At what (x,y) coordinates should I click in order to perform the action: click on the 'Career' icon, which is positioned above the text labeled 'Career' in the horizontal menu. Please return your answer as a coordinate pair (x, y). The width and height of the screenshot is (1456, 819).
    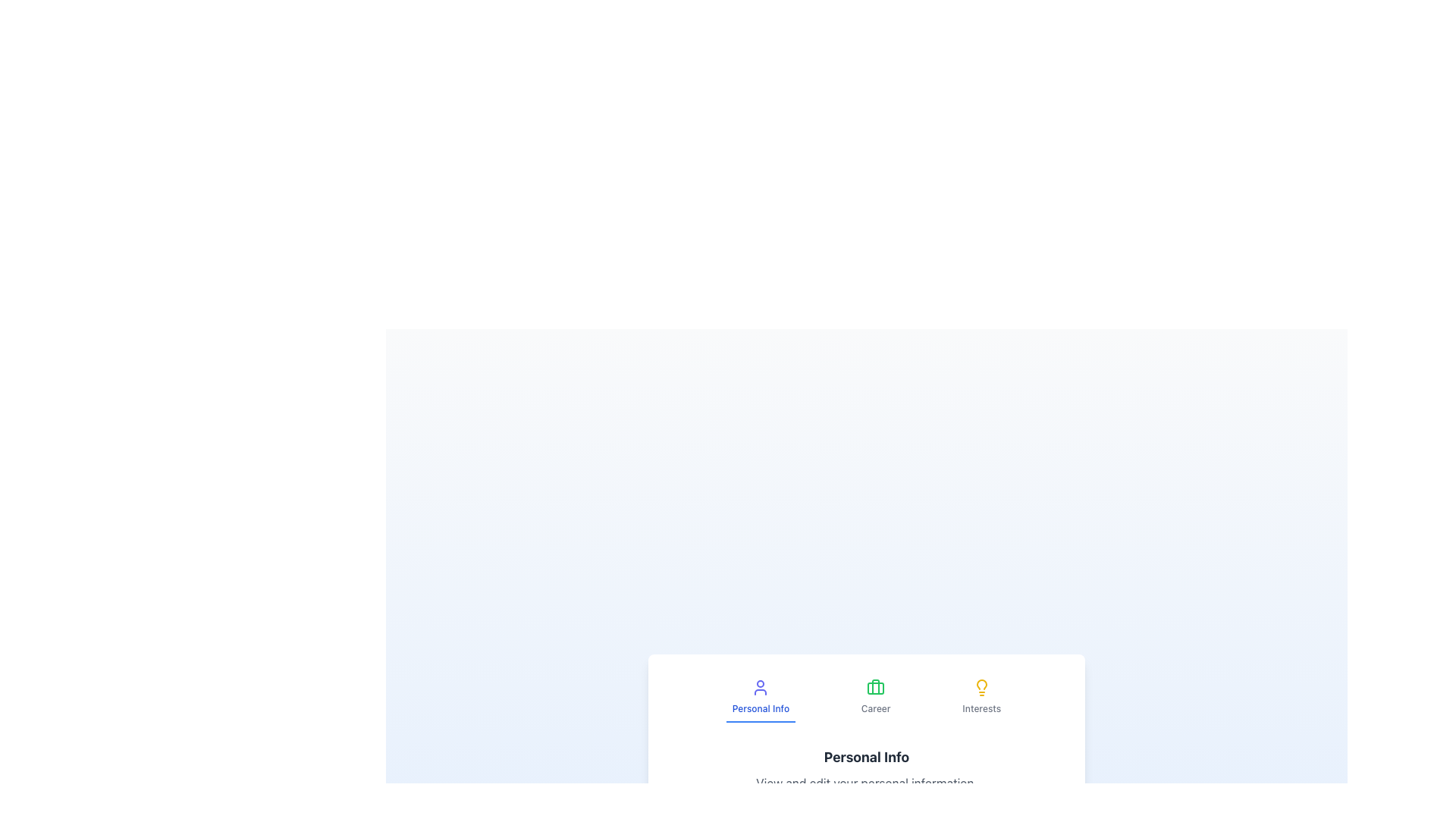
    Looking at the image, I should click on (876, 687).